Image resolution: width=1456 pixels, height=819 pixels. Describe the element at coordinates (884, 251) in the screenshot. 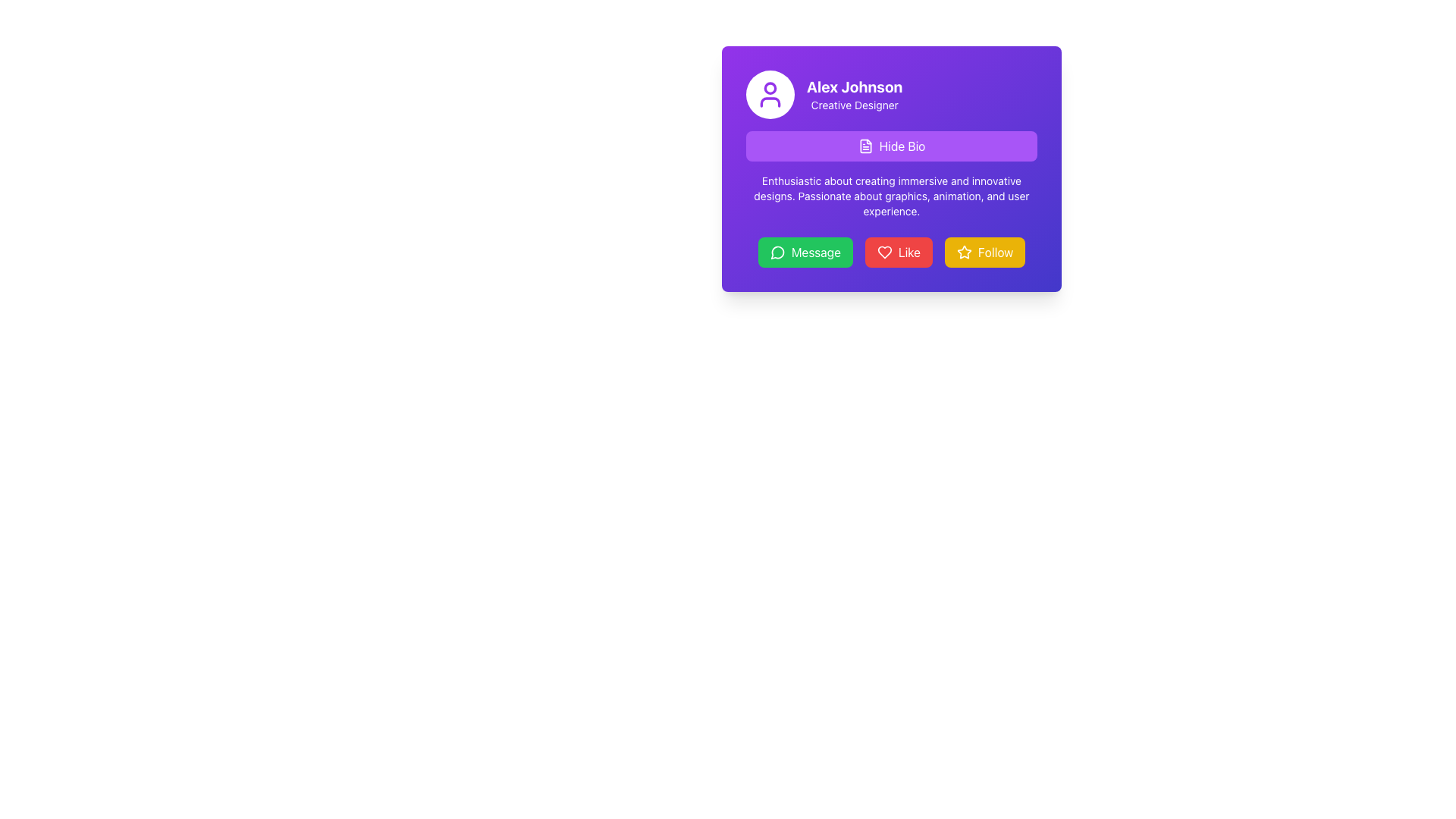

I see `the heart decorative icon inside the 'Like' button, which symbolizes the 'Like' action and is located in the lower section of the card interface` at that location.